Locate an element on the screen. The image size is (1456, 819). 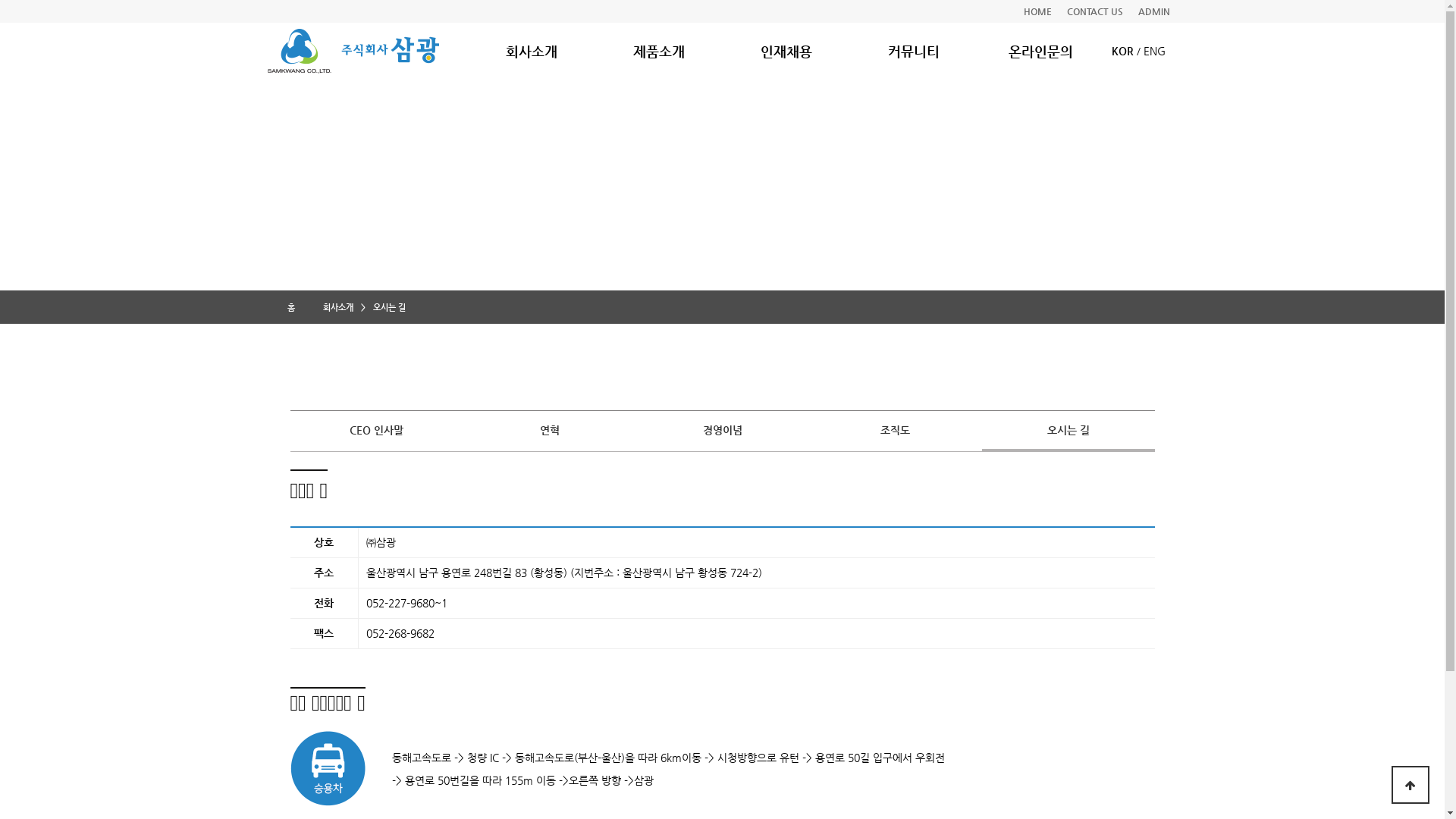
'HOME' is located at coordinates (1037, 11).